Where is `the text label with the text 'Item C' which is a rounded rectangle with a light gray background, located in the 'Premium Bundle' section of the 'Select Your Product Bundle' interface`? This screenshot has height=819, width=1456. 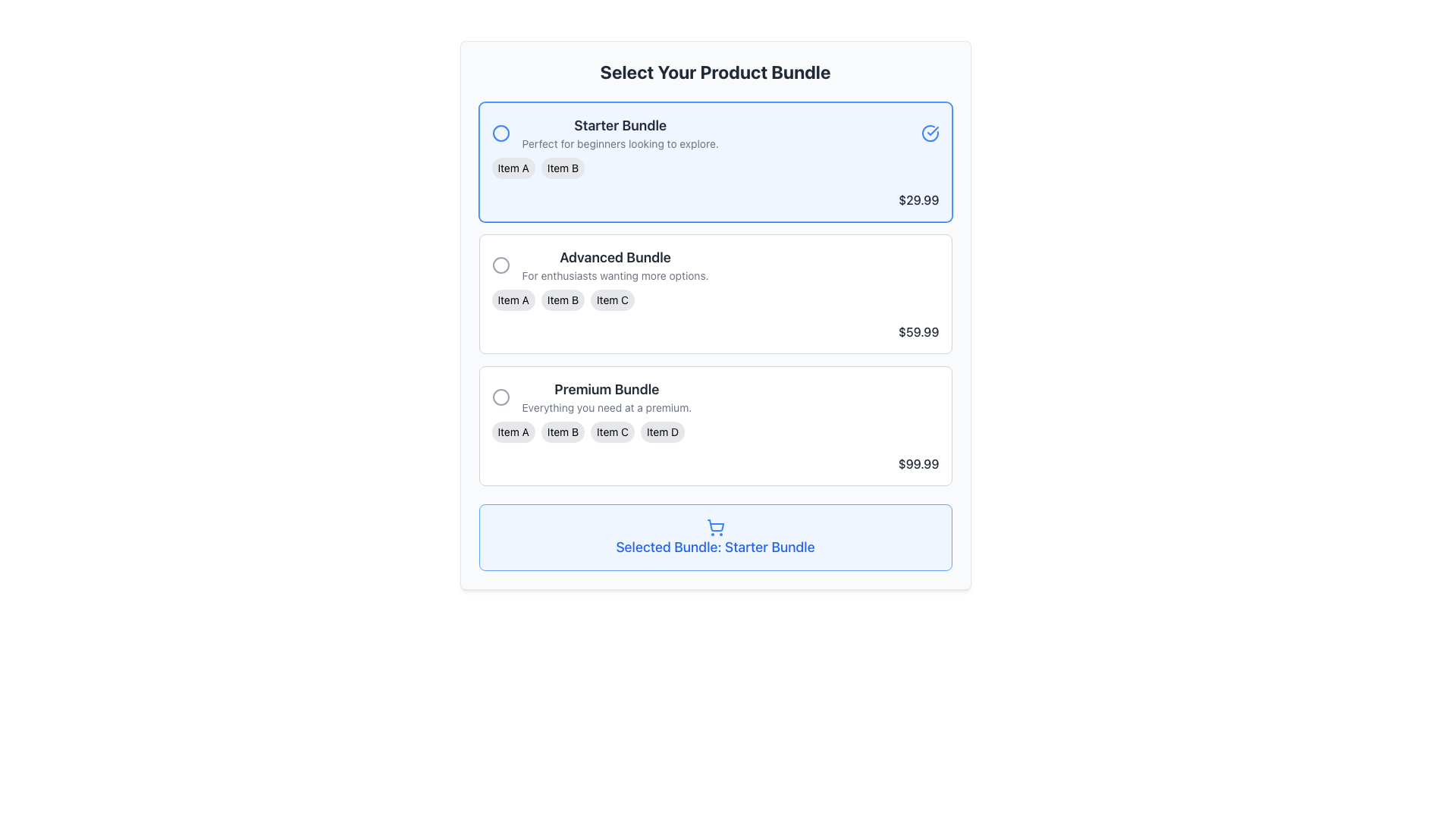 the text label with the text 'Item C' which is a rounded rectangle with a light gray background, located in the 'Premium Bundle' section of the 'Select Your Product Bundle' interface is located at coordinates (612, 432).